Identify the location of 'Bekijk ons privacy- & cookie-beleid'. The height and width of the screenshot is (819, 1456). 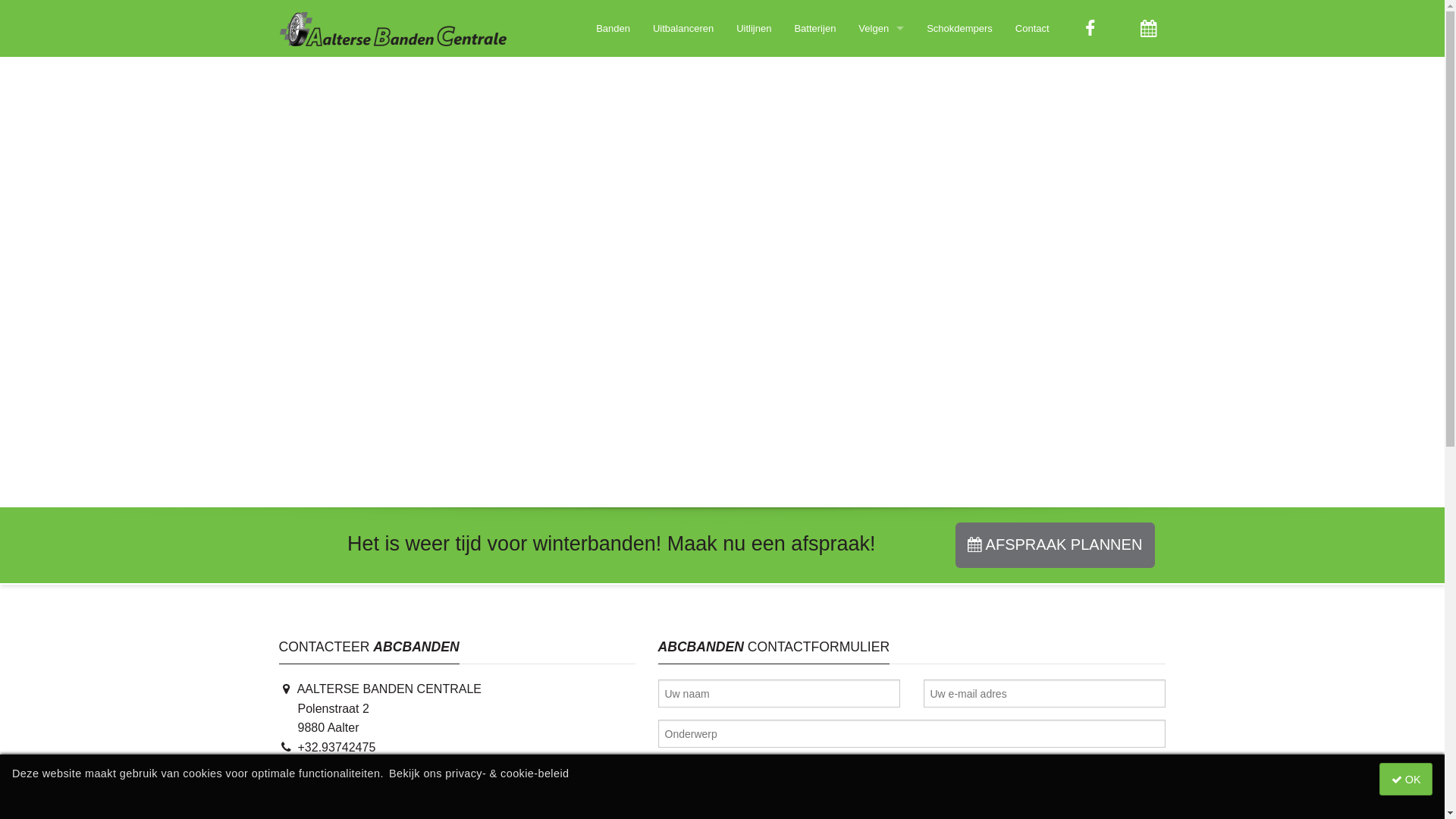
(389, 773).